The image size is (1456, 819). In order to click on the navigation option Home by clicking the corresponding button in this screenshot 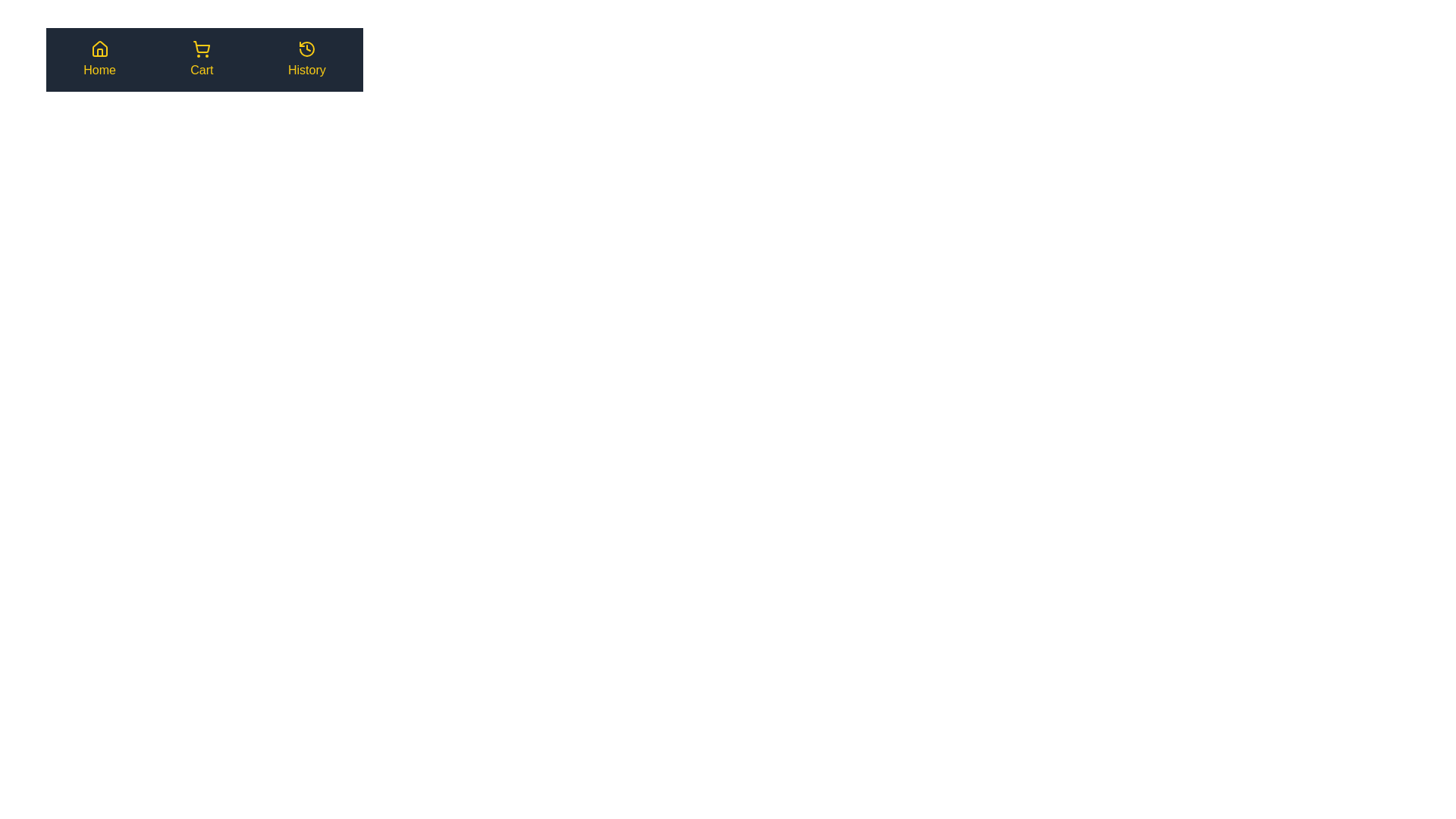, I will do `click(99, 58)`.